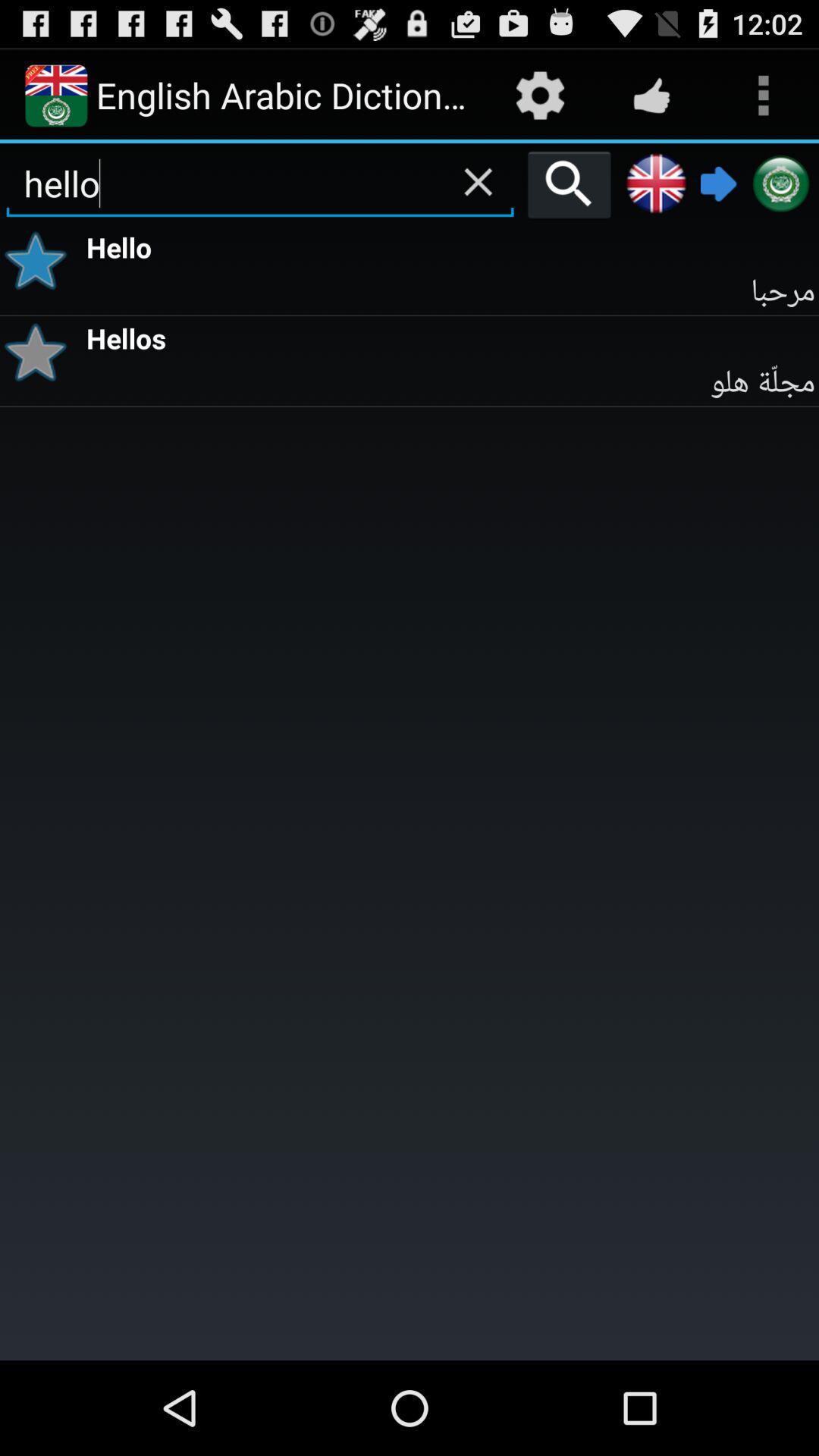 The image size is (819, 1456). What do you see at coordinates (40, 351) in the screenshot?
I see `bookmark` at bounding box center [40, 351].